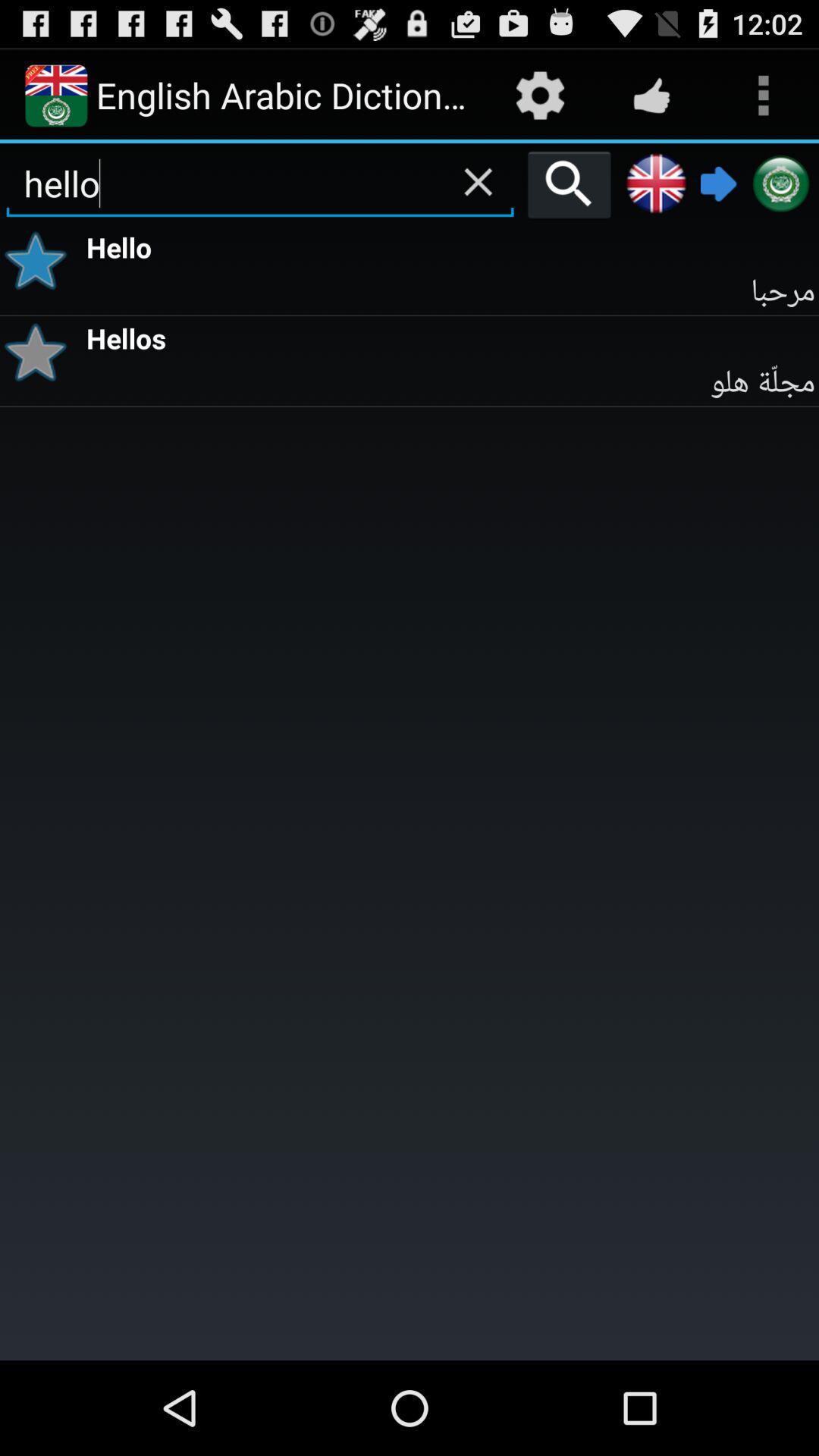 The image size is (819, 1456). What do you see at coordinates (40, 351) in the screenshot?
I see `bookmark` at bounding box center [40, 351].